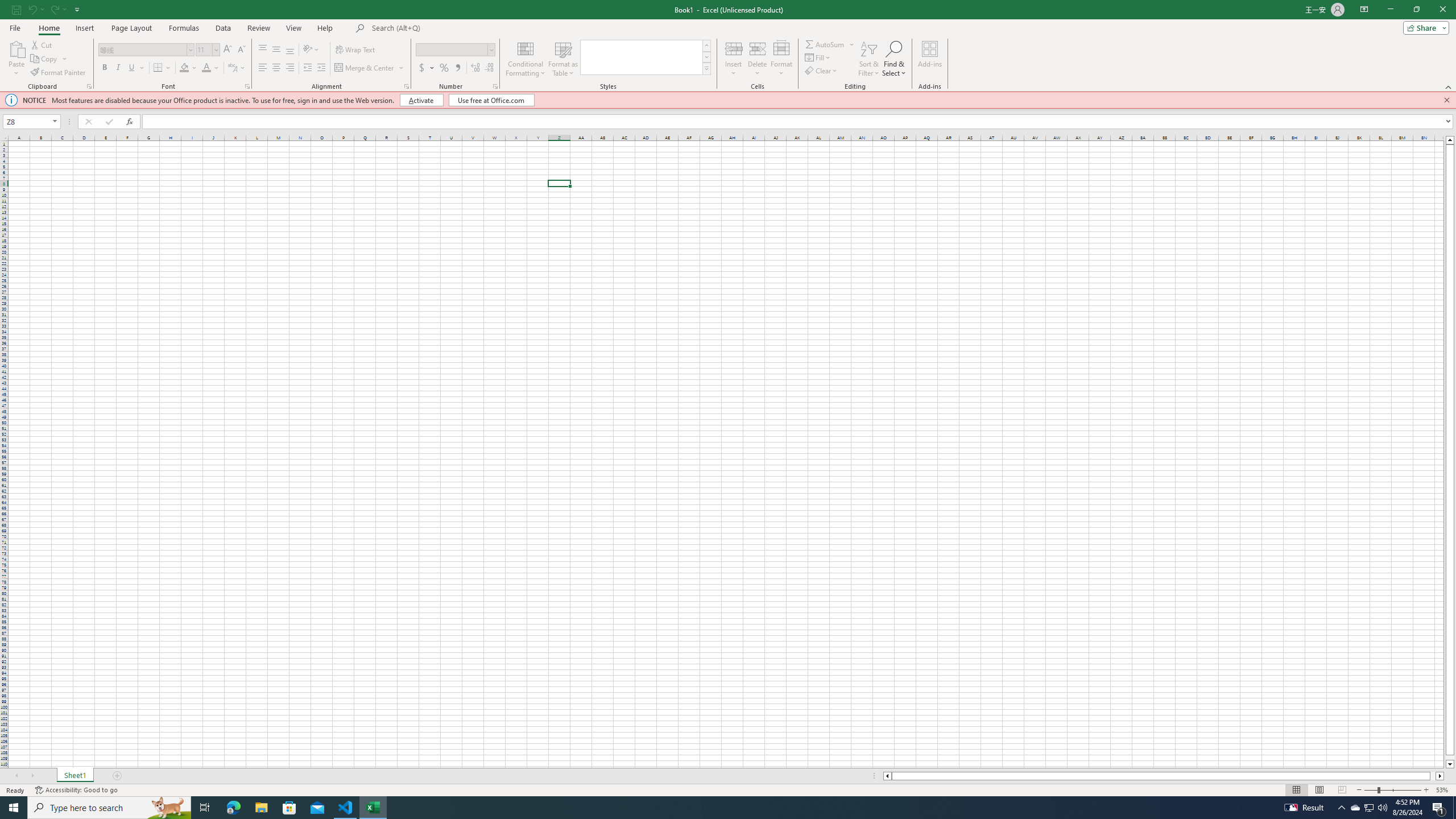  Describe the element at coordinates (450, 28) in the screenshot. I see `'Microsoft search'` at that location.